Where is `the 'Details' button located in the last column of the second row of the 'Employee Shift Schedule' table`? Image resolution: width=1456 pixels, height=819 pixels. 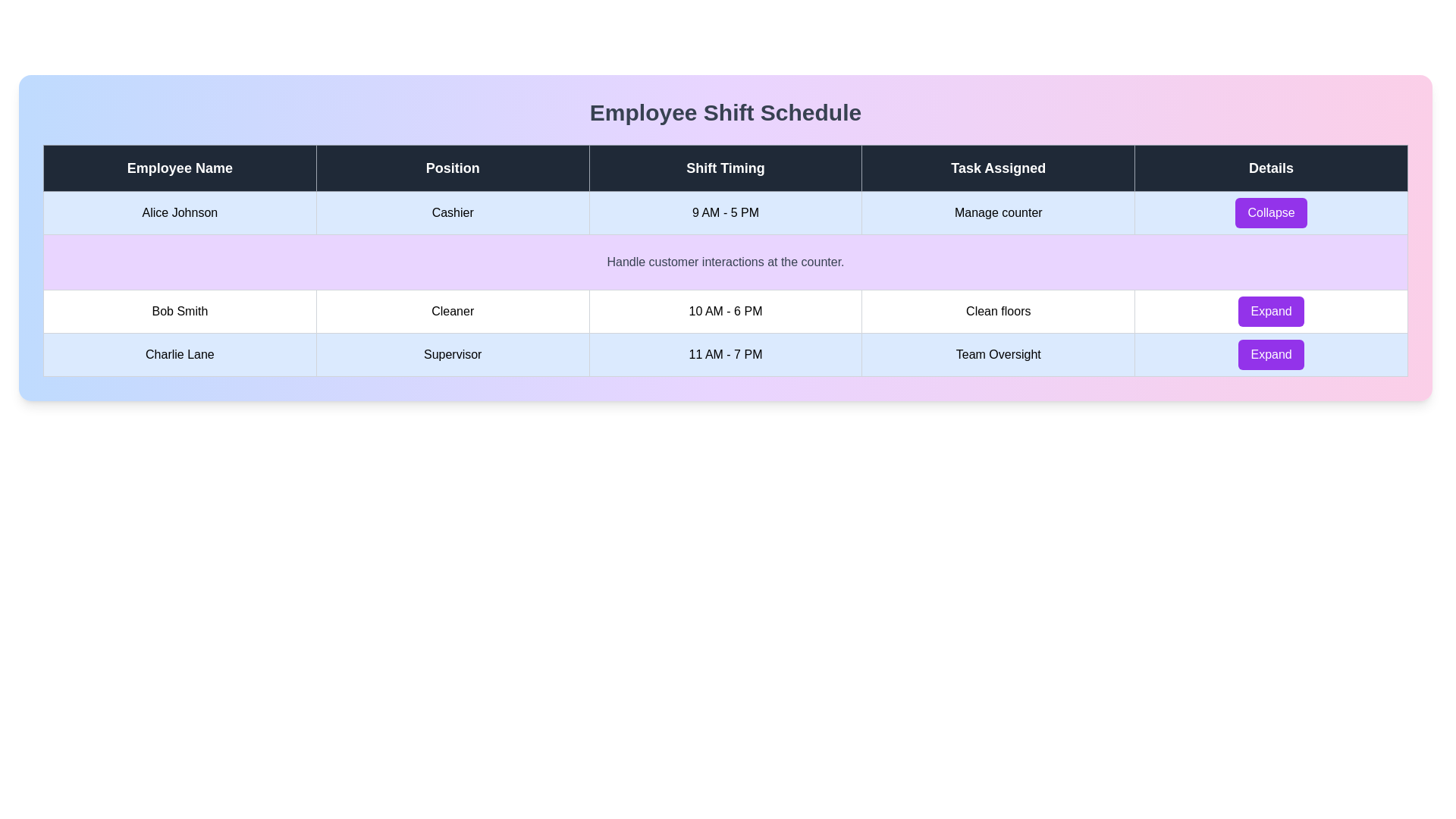 the 'Details' button located in the last column of the second row of the 'Employee Shift Schedule' table is located at coordinates (1271, 311).